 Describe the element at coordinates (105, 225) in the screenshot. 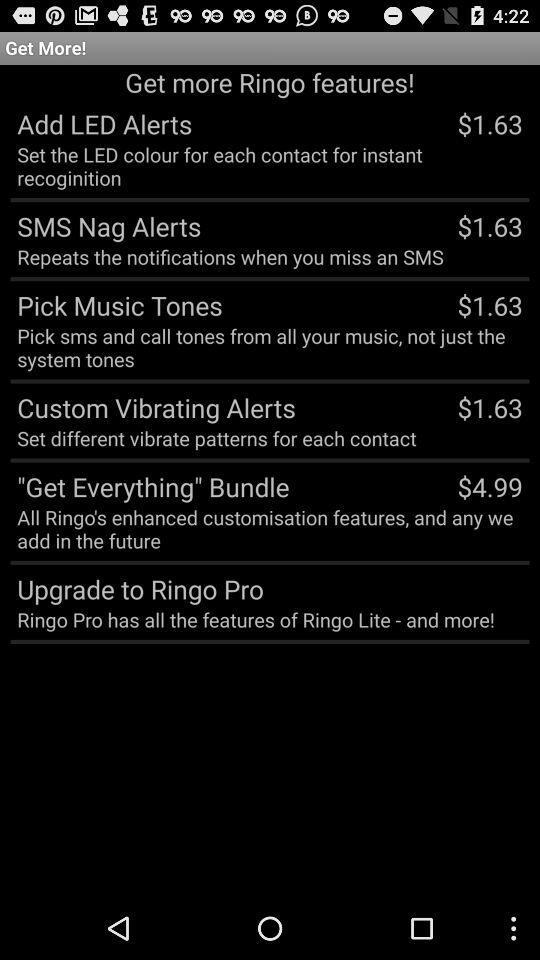

I see `the sms nag alerts app` at that location.